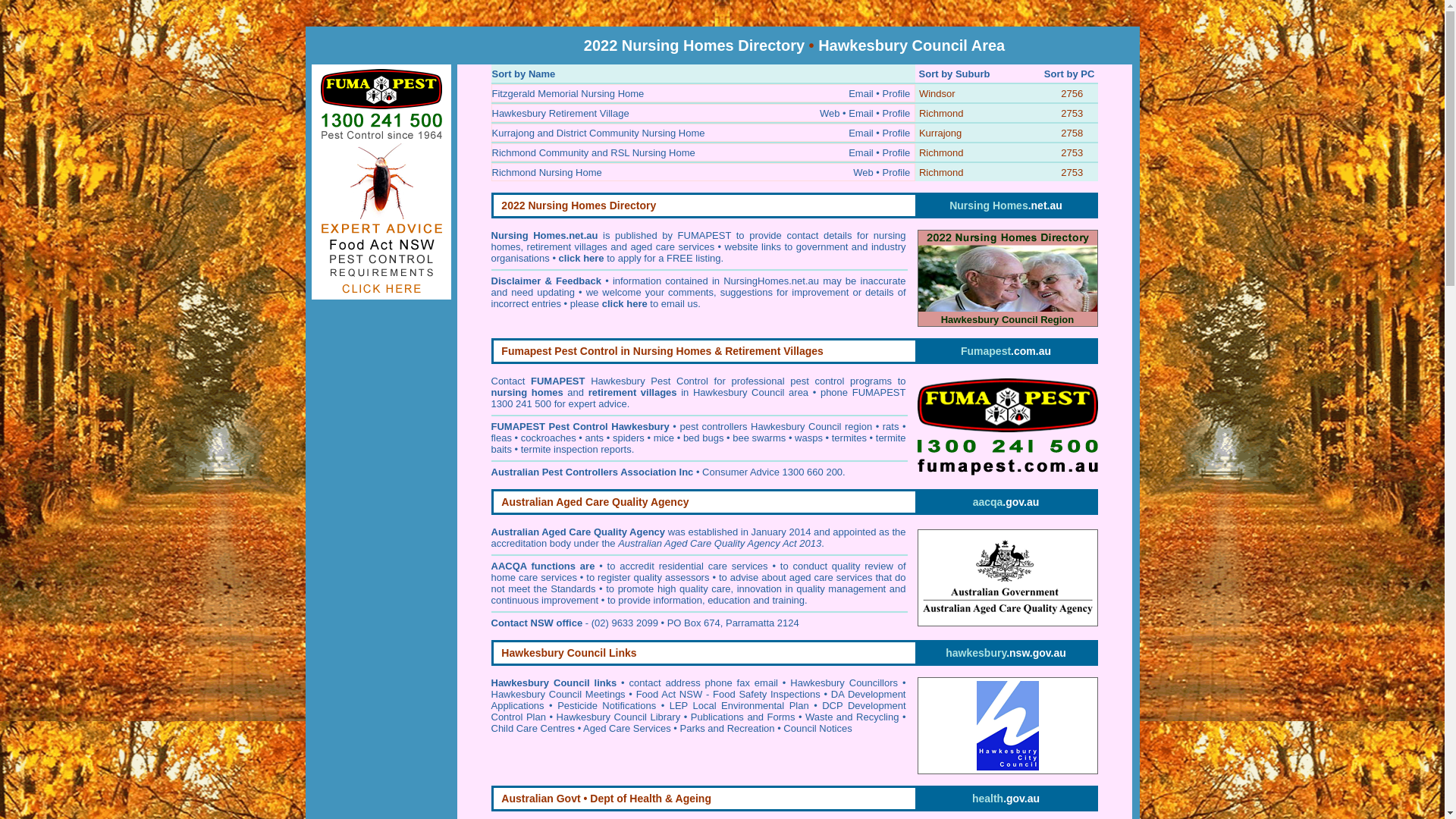 Image resolution: width=1456 pixels, height=819 pixels. Describe the element at coordinates (609, 426) in the screenshot. I see `'Pest Control Hawkesbury'` at that location.